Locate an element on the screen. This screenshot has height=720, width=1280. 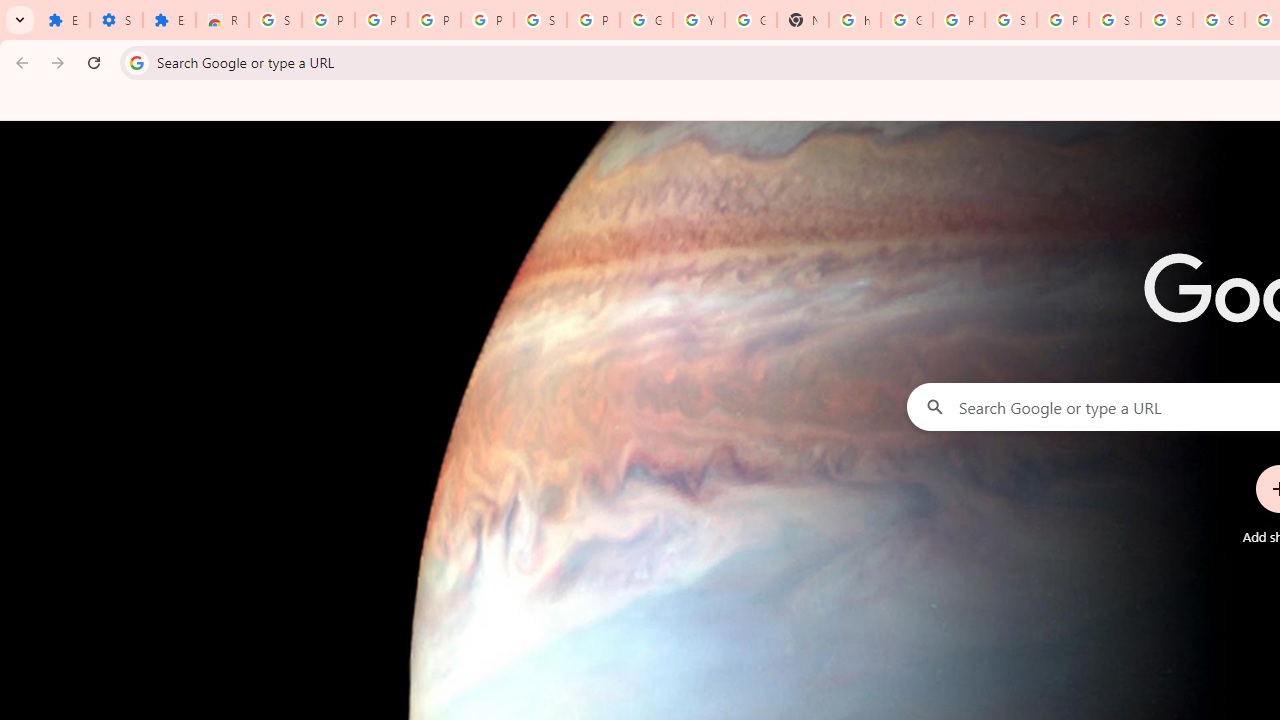
'Sign in - Google Accounts' is located at coordinates (1113, 20).